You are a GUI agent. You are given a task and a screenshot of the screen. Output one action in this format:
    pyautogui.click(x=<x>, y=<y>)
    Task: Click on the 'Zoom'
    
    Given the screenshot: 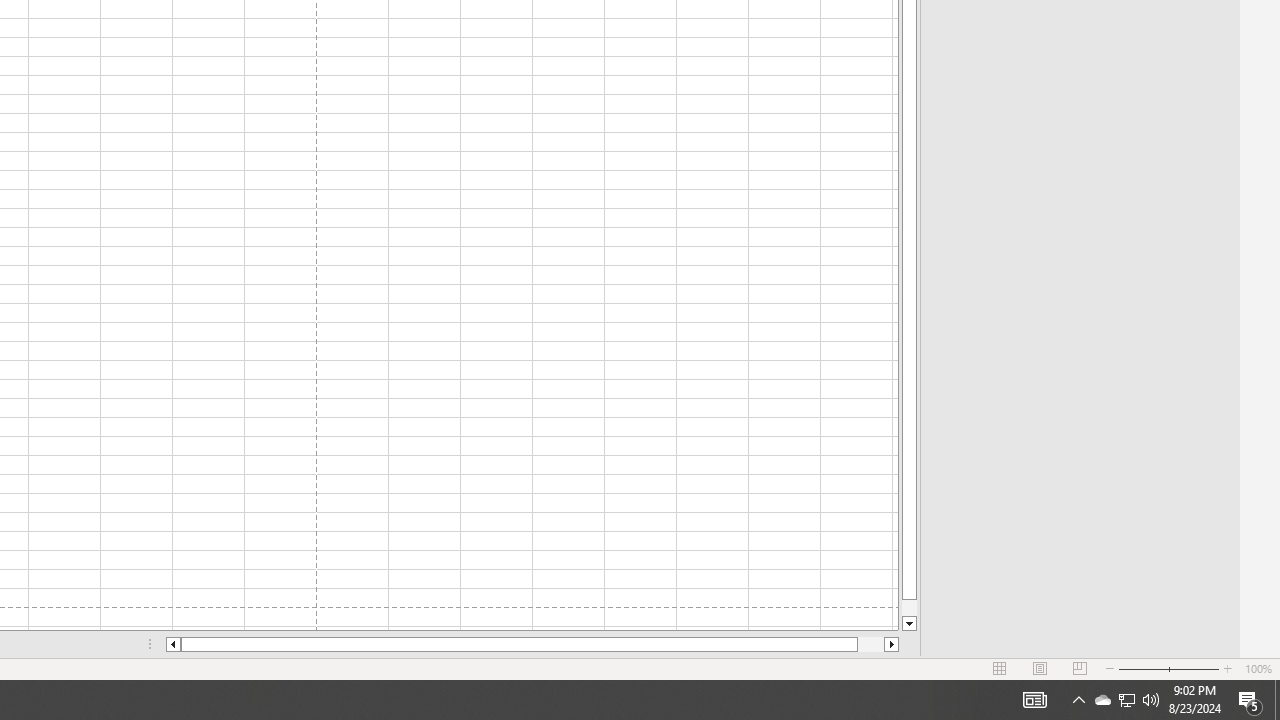 What is the action you would take?
    pyautogui.click(x=1168, y=669)
    